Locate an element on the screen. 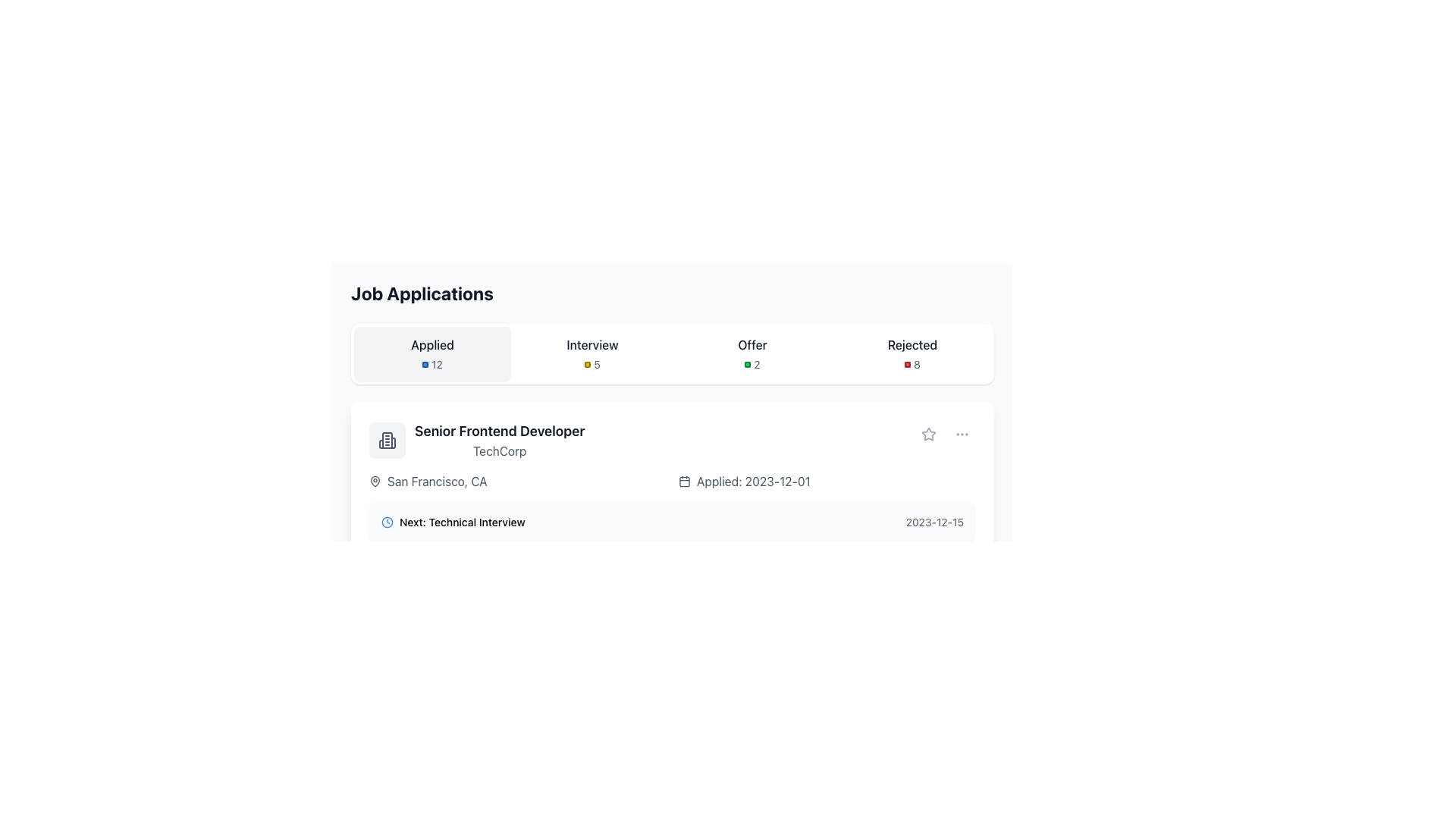 This screenshot has height=819, width=1456. the building icon element located in the job application item cell, which has a gray color and a circular background is located at coordinates (387, 441).